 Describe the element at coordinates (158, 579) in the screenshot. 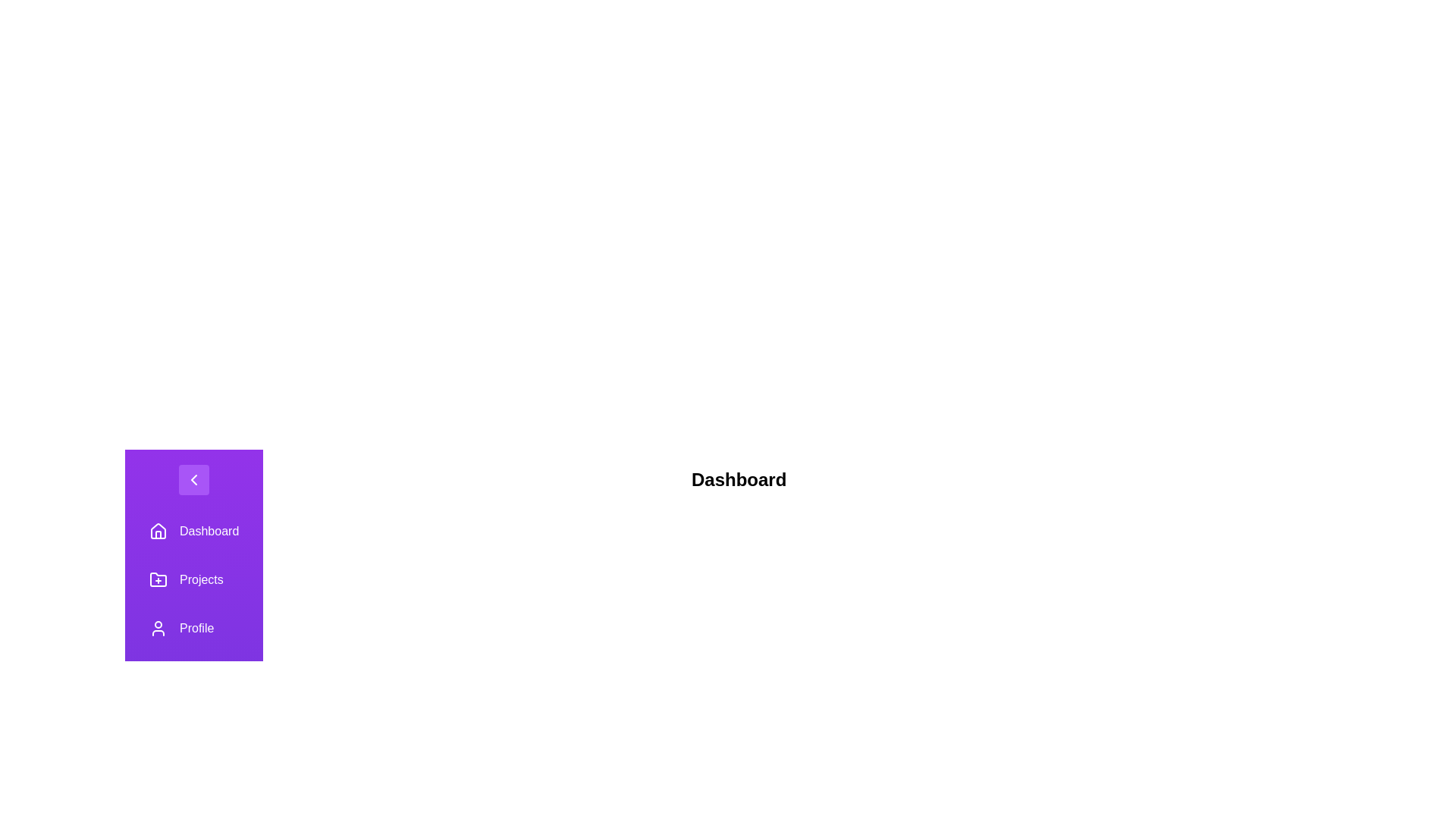

I see `the folder icon located in the second item of the vertical sidebar menu on the left side of the application interface` at that location.